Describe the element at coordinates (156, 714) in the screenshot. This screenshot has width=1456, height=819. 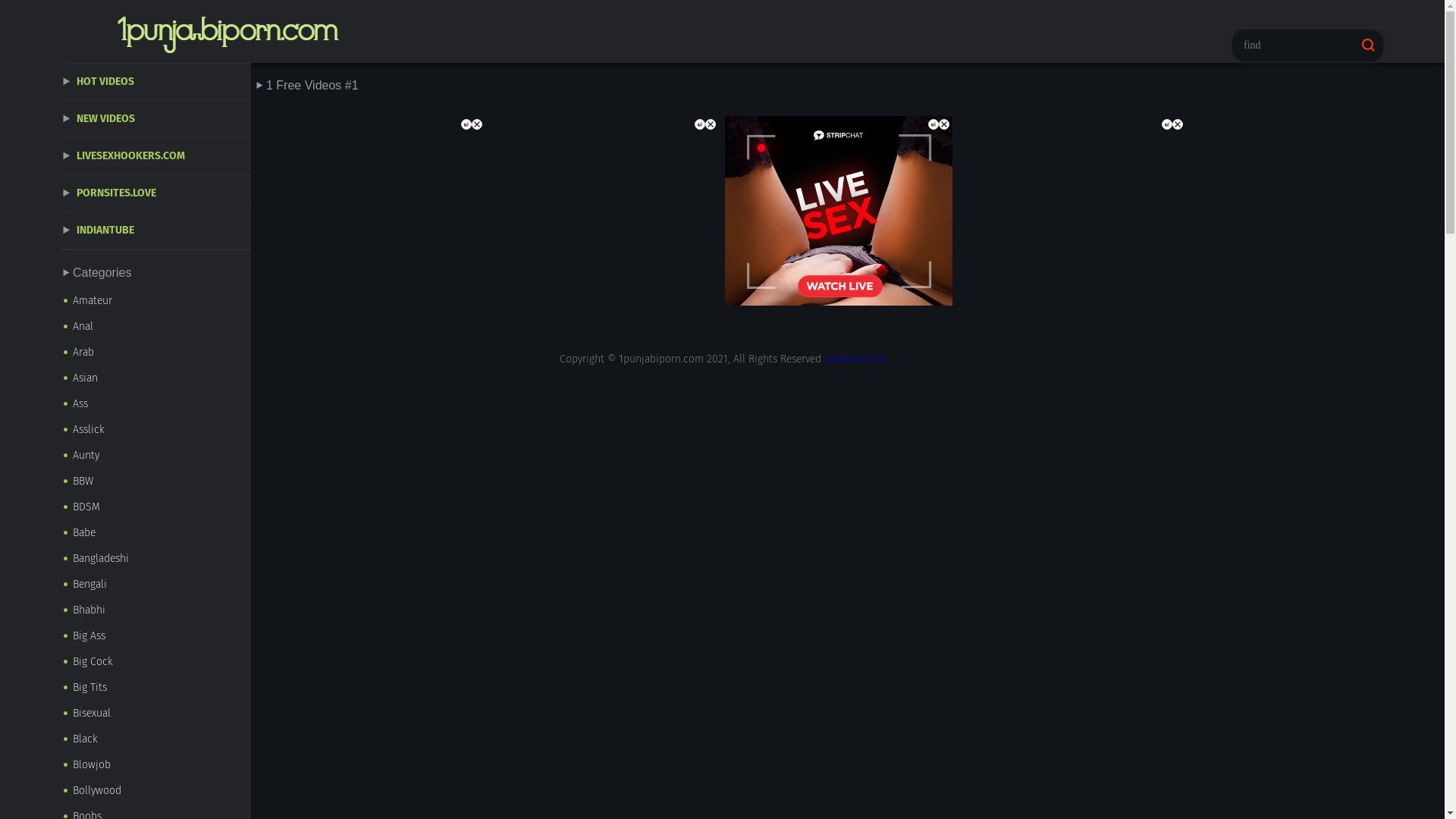
I see `'Bisexual'` at that location.